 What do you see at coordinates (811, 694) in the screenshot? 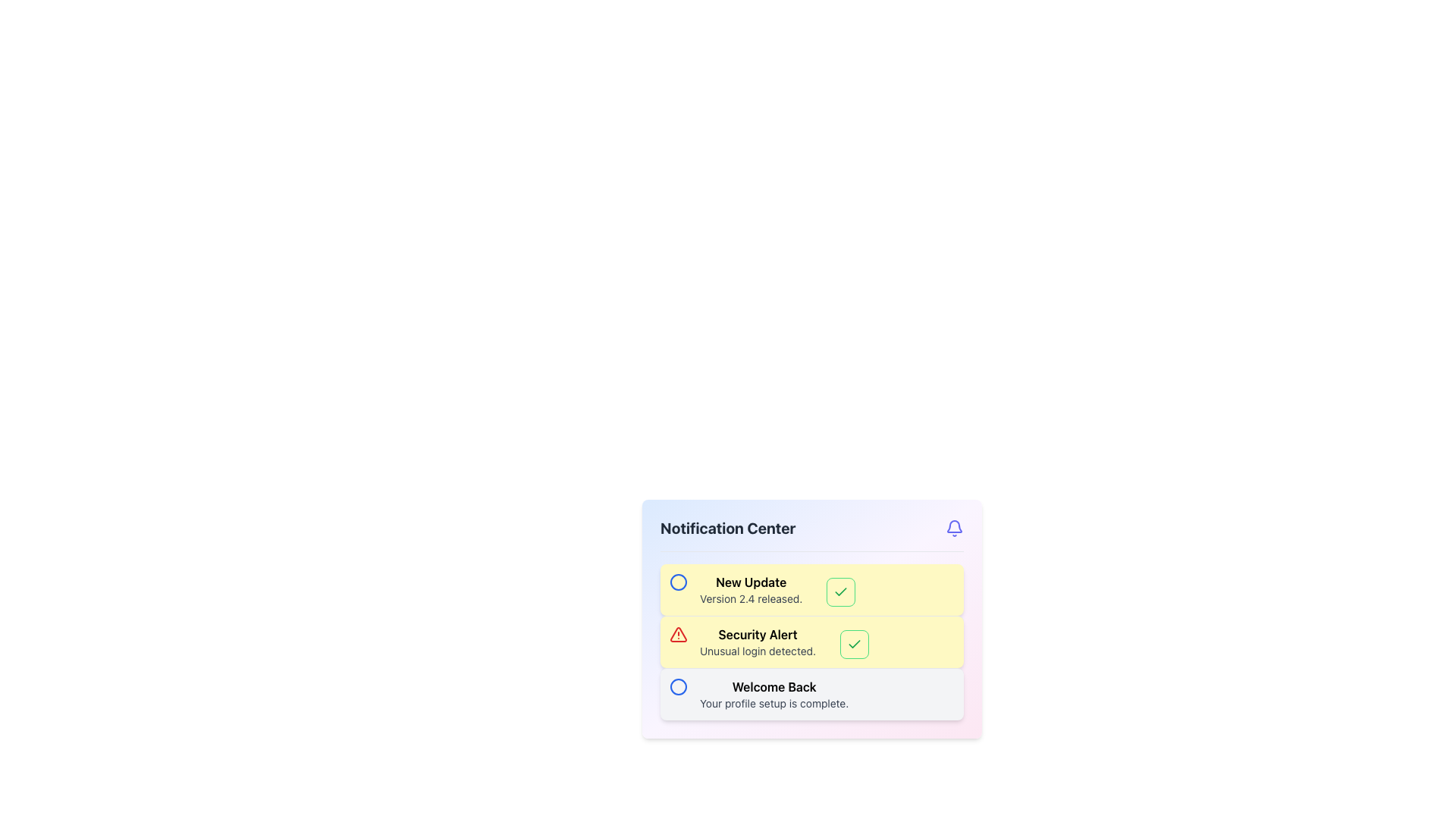
I see `the blue circular icon within the Notification Card that displays 'Welcome Back' to interact with it` at bounding box center [811, 694].